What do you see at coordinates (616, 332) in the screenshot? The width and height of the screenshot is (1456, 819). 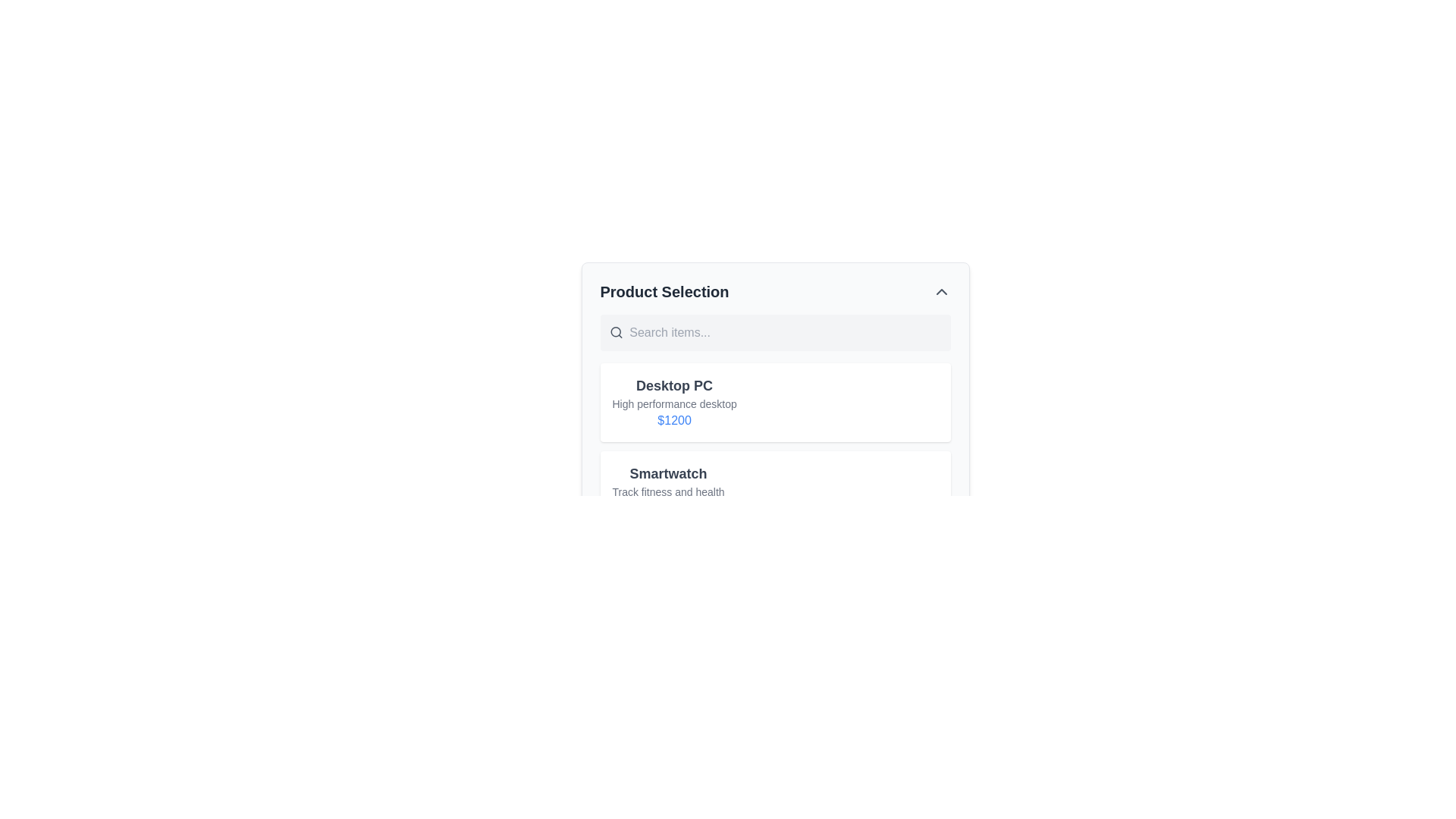 I see `the search icon, which is a gray magnifying glass symbol located to the left of the 'Search items...' text input field in the search bar at the top of the product selection panel` at bounding box center [616, 332].